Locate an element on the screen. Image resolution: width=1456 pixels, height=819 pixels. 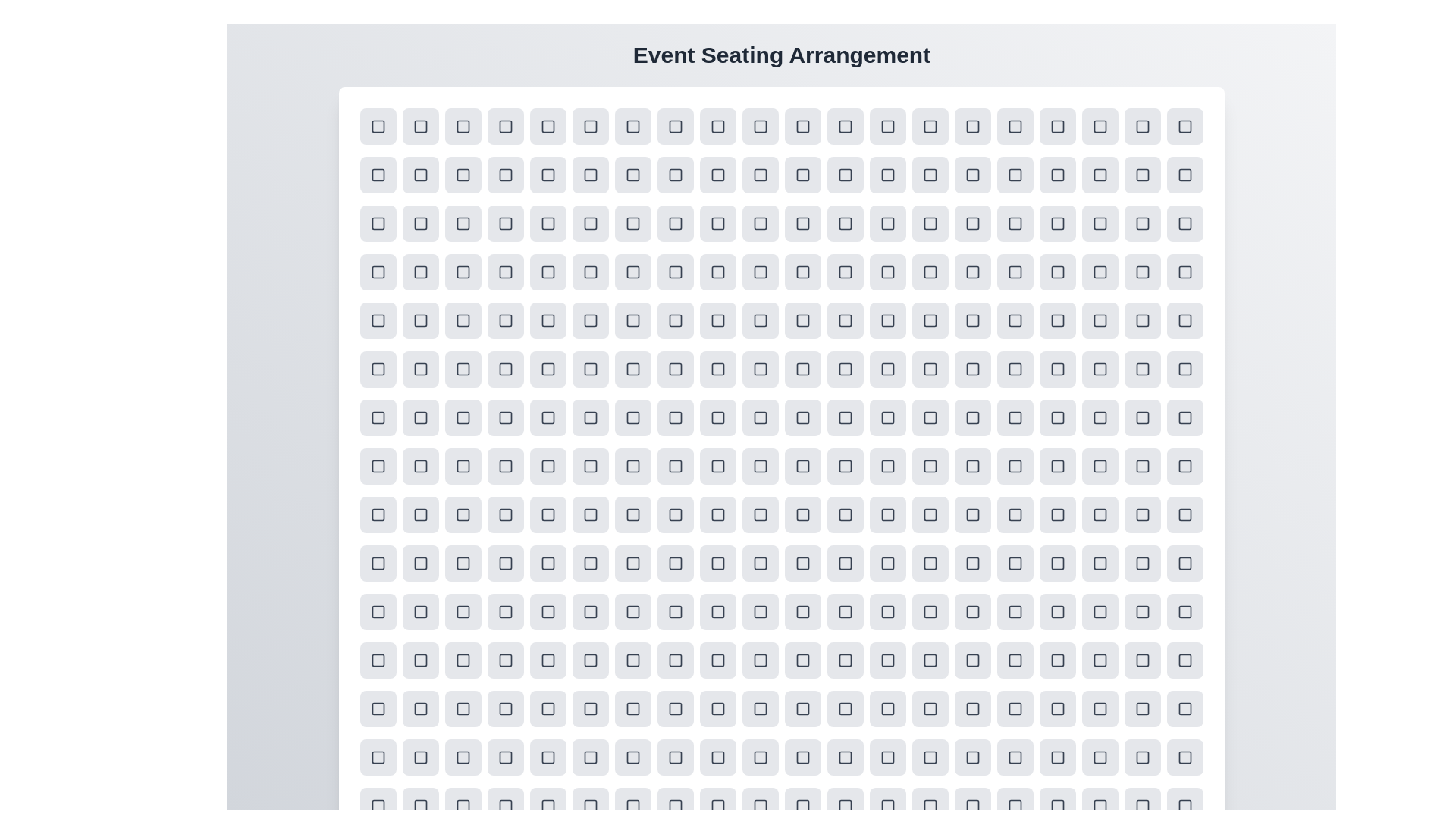
the title 'Event Seating Arrangement' displayed at the top of the component is located at coordinates (782, 55).